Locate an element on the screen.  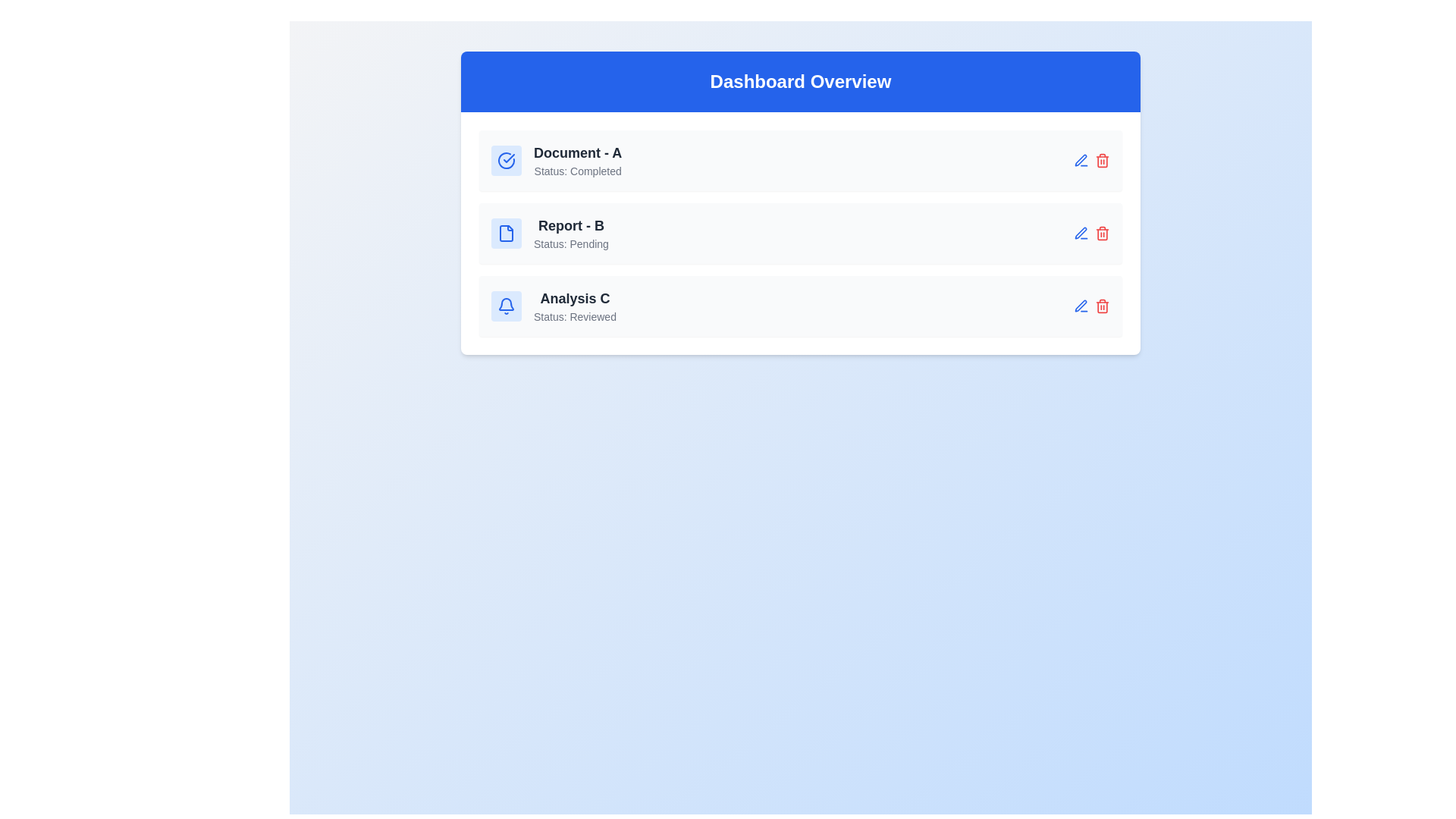
the content displayed in the informational block labeled 'Report - B', which shows the status as 'Pending' is located at coordinates (549, 234).